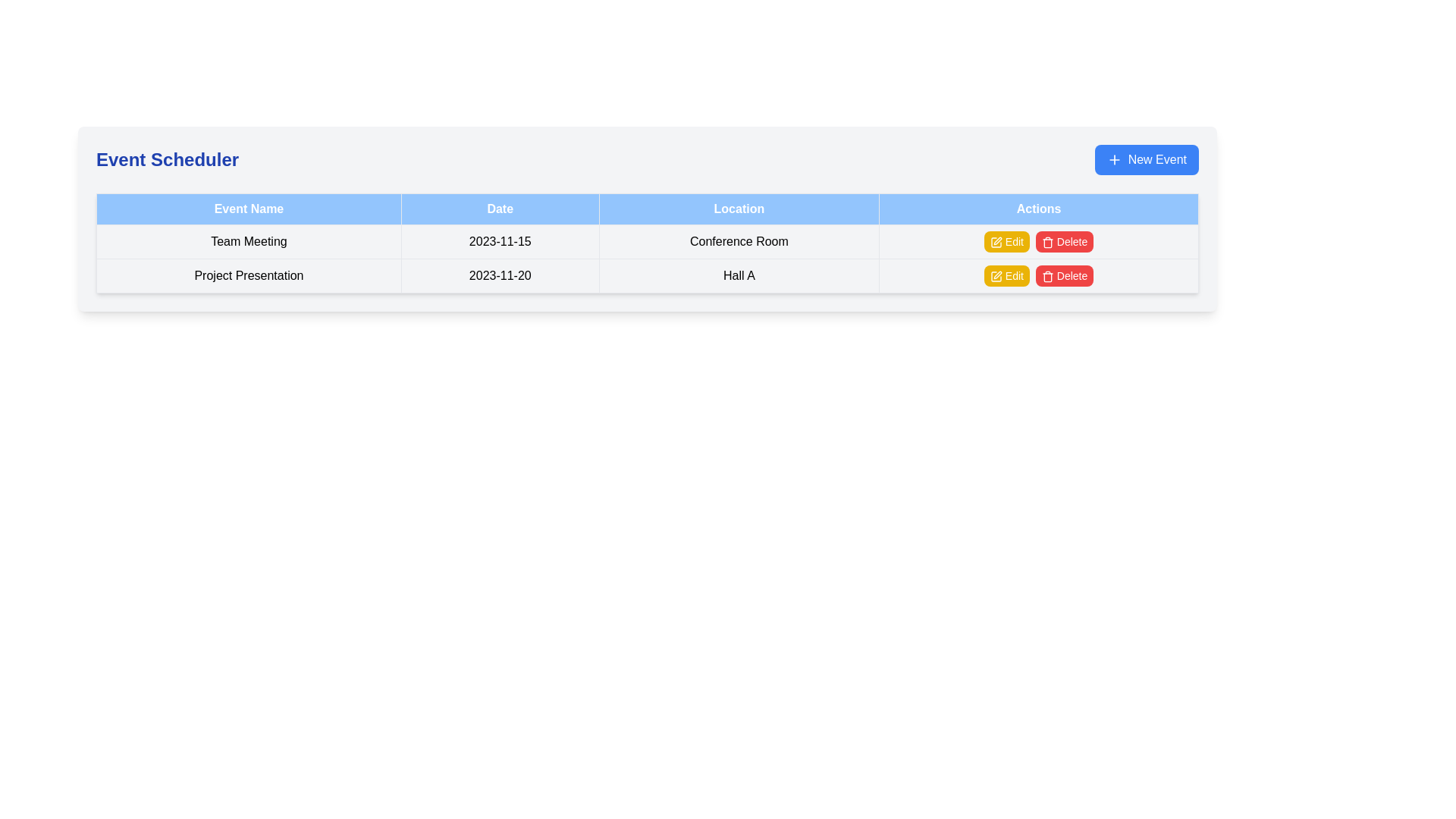  I want to click on the 'Edit' button with a golden yellow background and a pencil icon, which is the first button in the 'Actions' column of the first row in the table, so click(1006, 241).